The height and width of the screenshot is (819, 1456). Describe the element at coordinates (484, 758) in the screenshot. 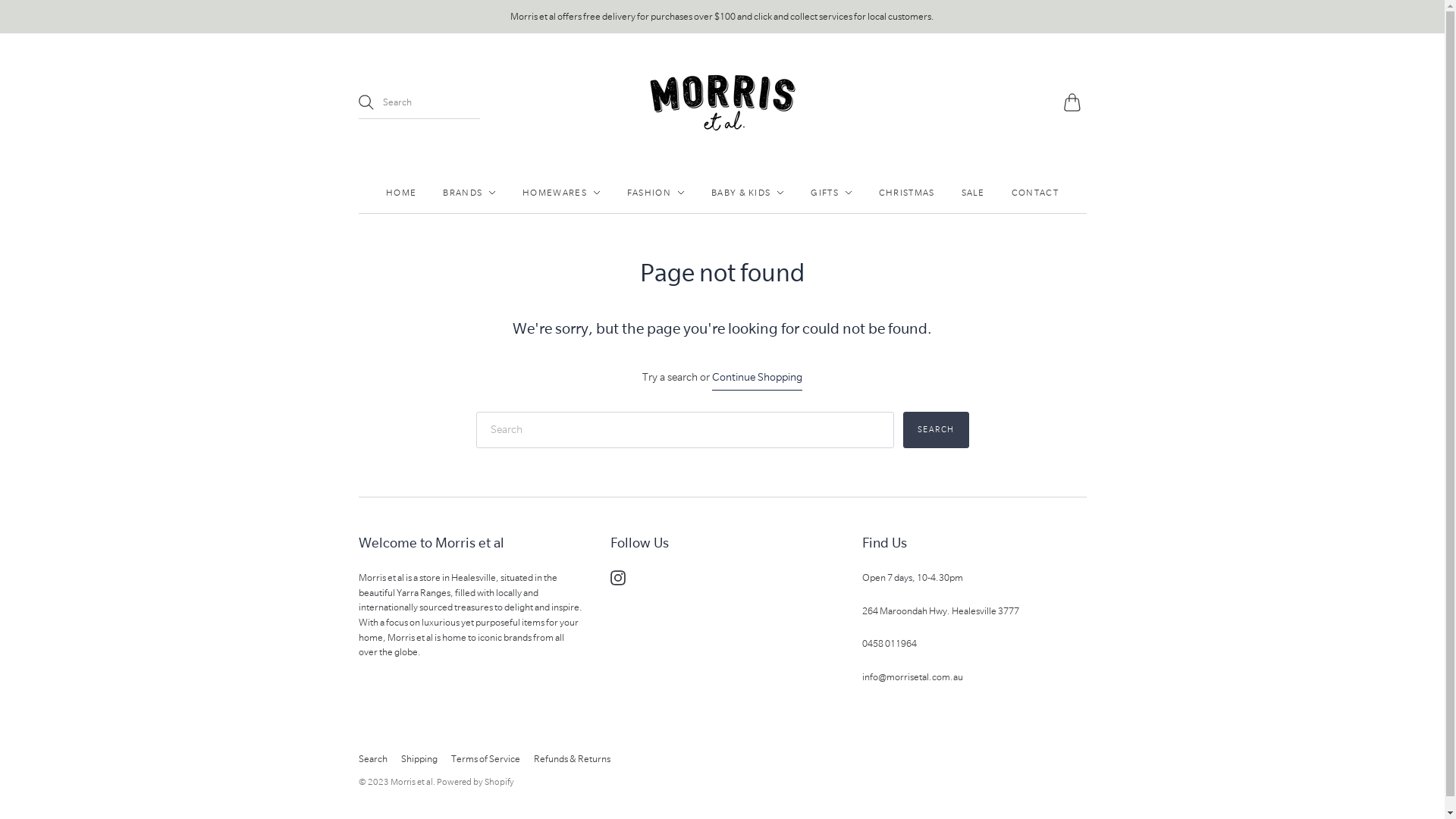

I see `'Terms of Service'` at that location.